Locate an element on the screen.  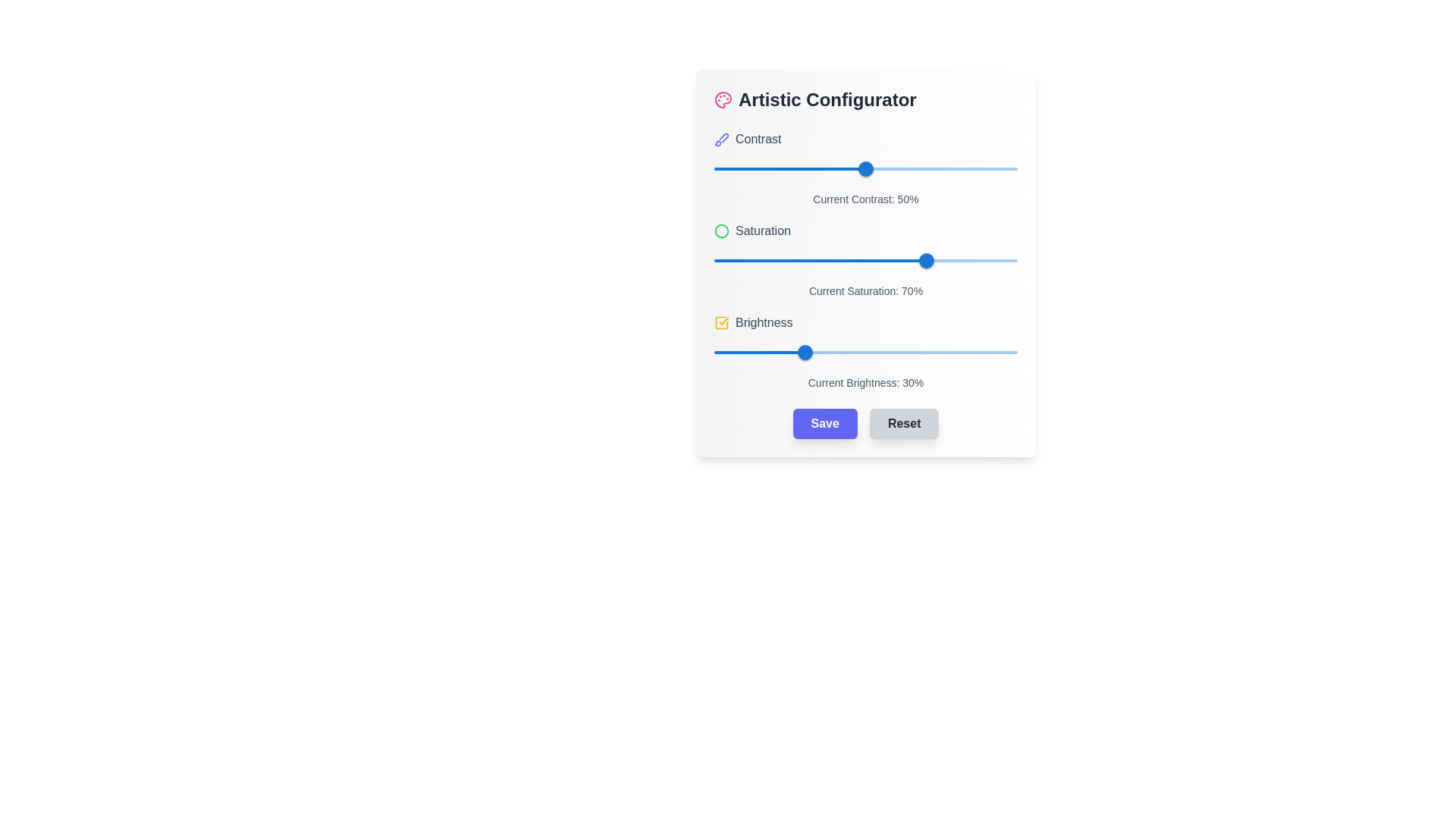
the brightness is located at coordinates (745, 353).